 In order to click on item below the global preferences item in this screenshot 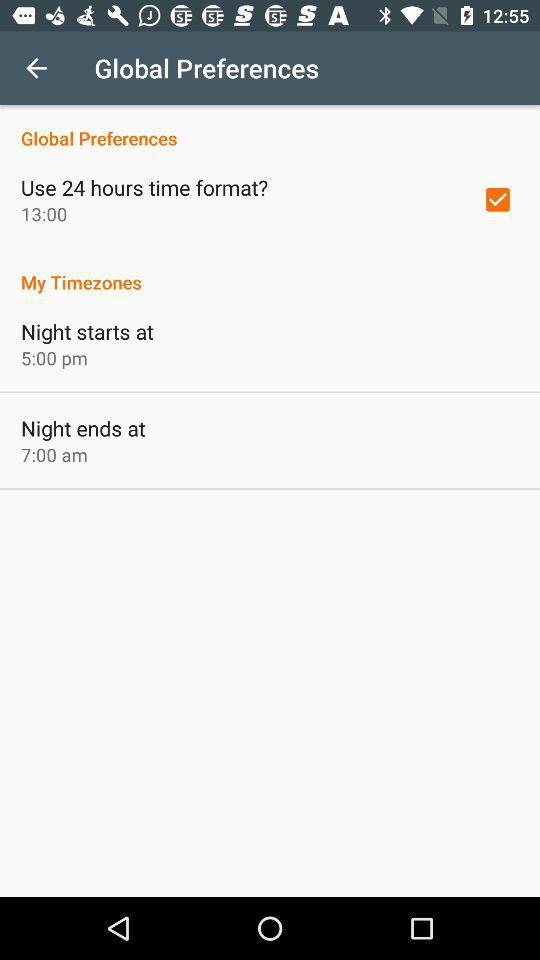, I will do `click(496, 199)`.